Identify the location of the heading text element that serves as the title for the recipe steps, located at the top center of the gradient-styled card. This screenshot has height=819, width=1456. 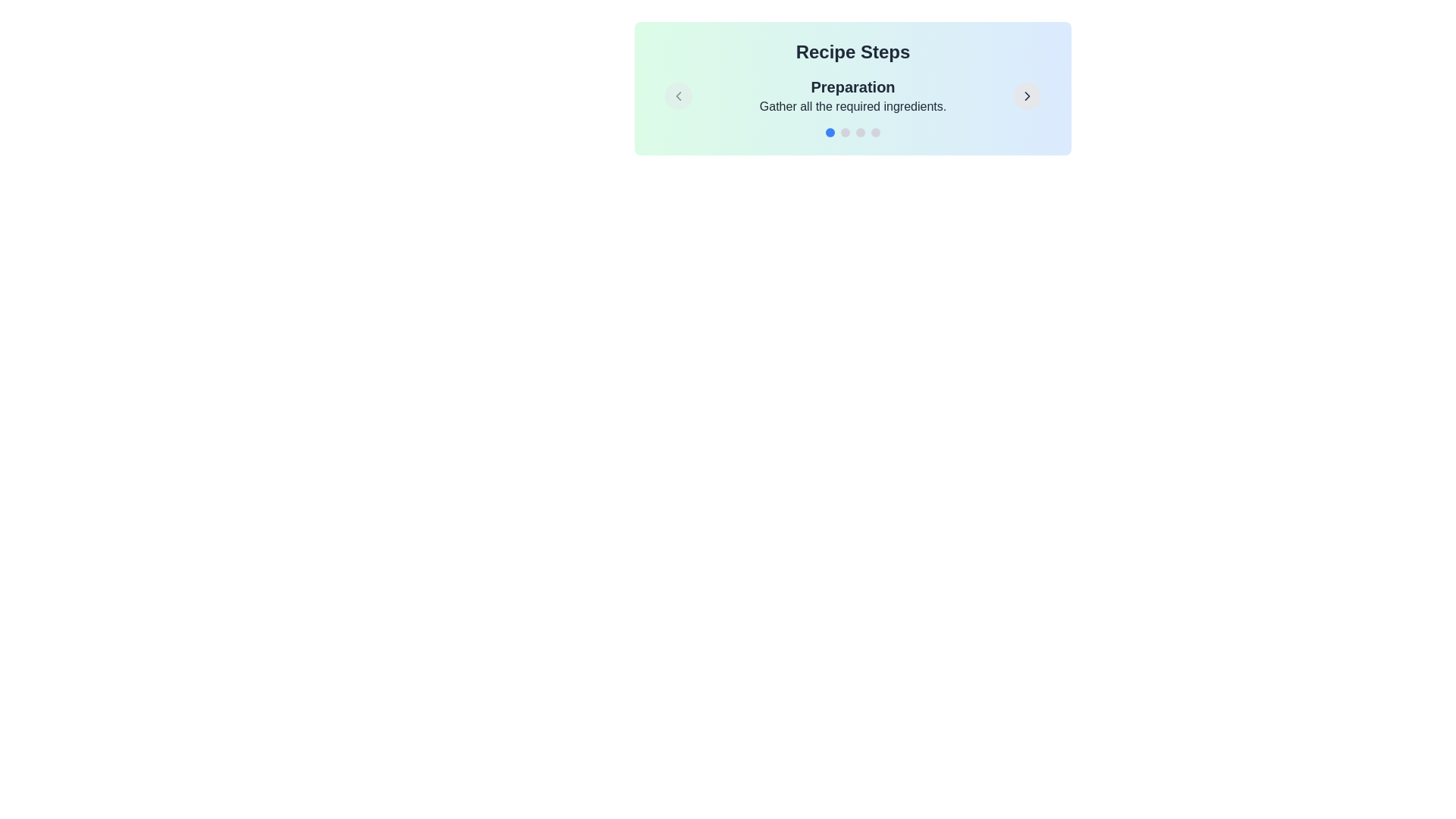
(852, 52).